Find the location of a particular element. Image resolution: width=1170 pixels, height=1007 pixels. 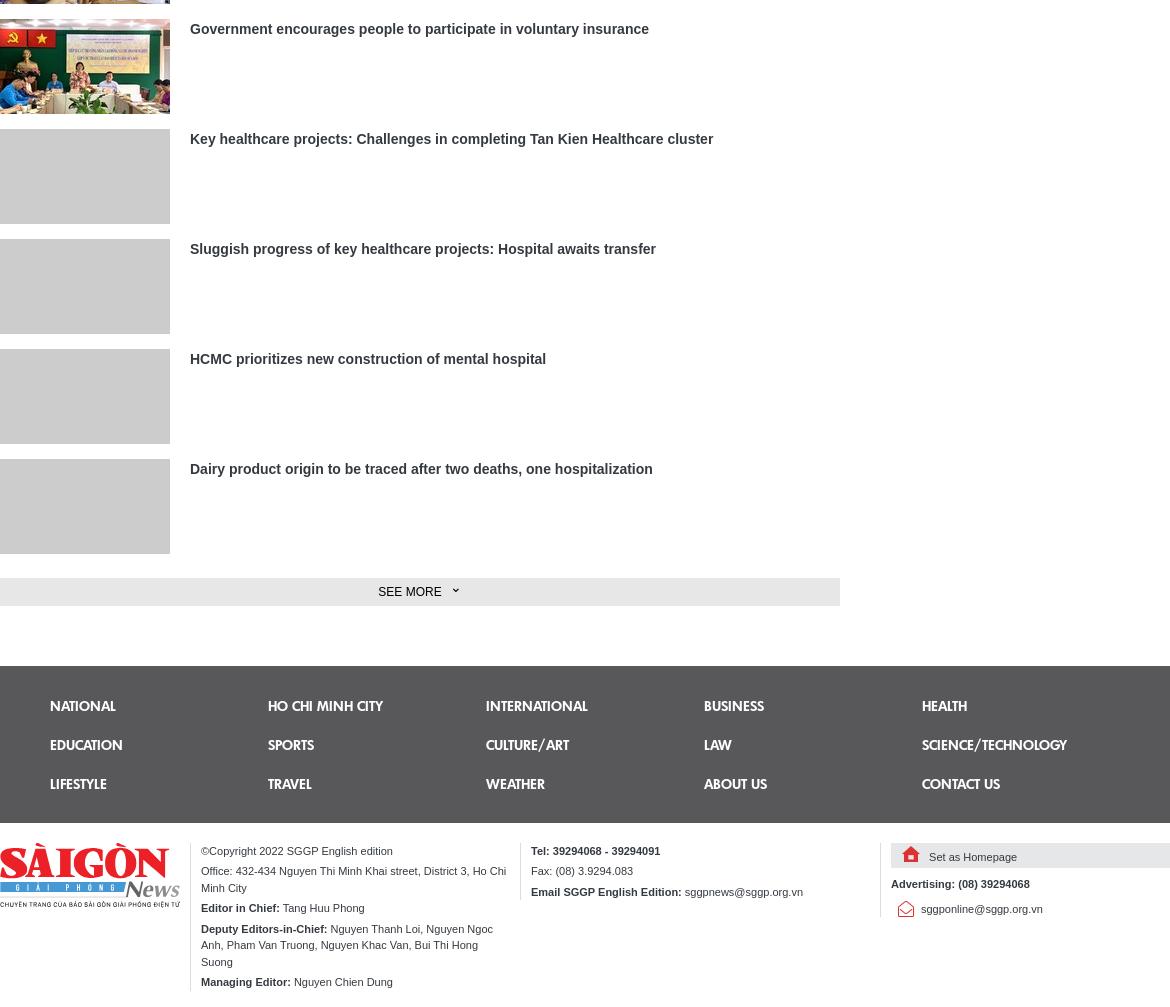

'National' is located at coordinates (82, 703).